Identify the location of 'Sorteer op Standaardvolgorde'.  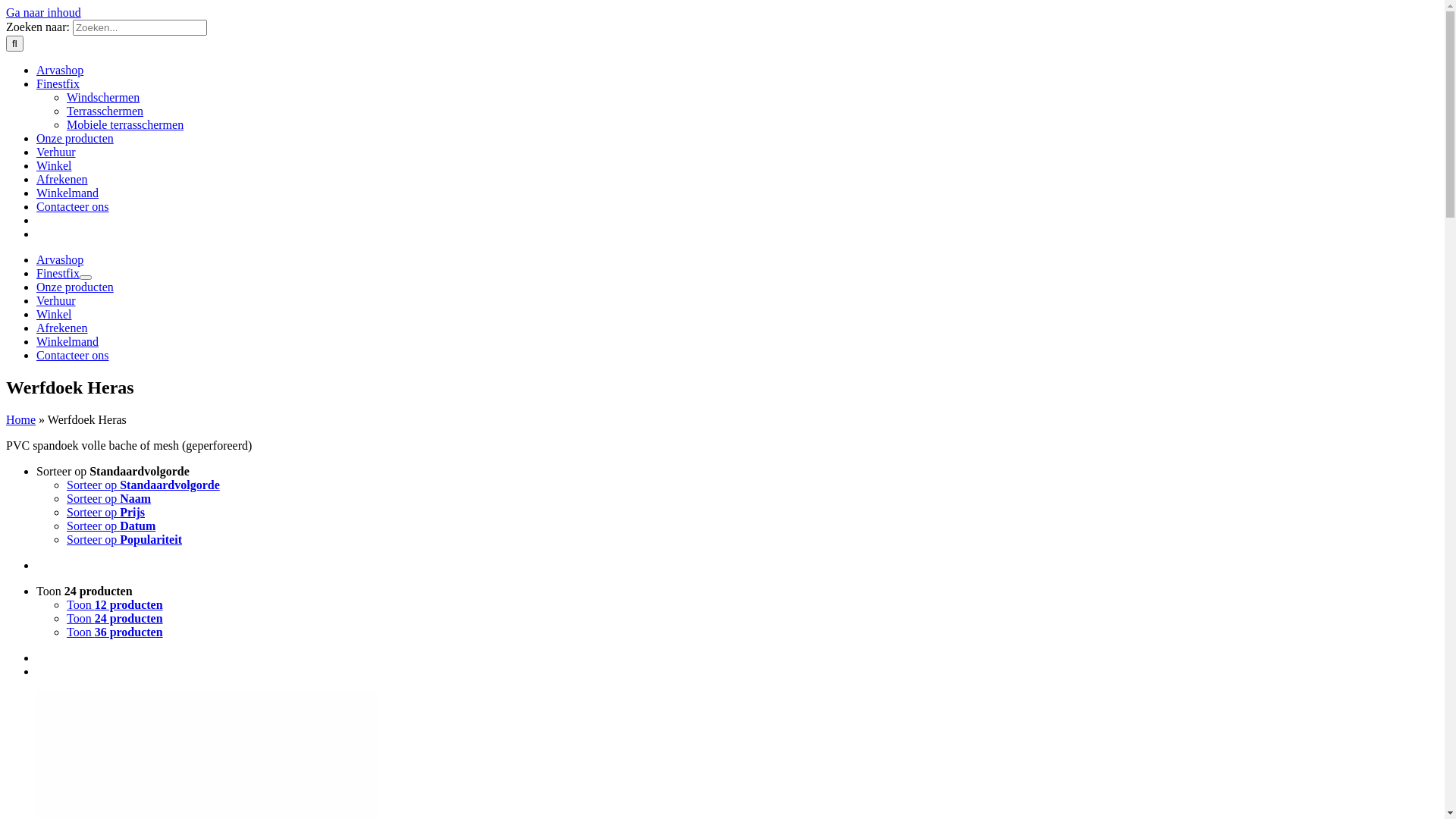
(143, 485).